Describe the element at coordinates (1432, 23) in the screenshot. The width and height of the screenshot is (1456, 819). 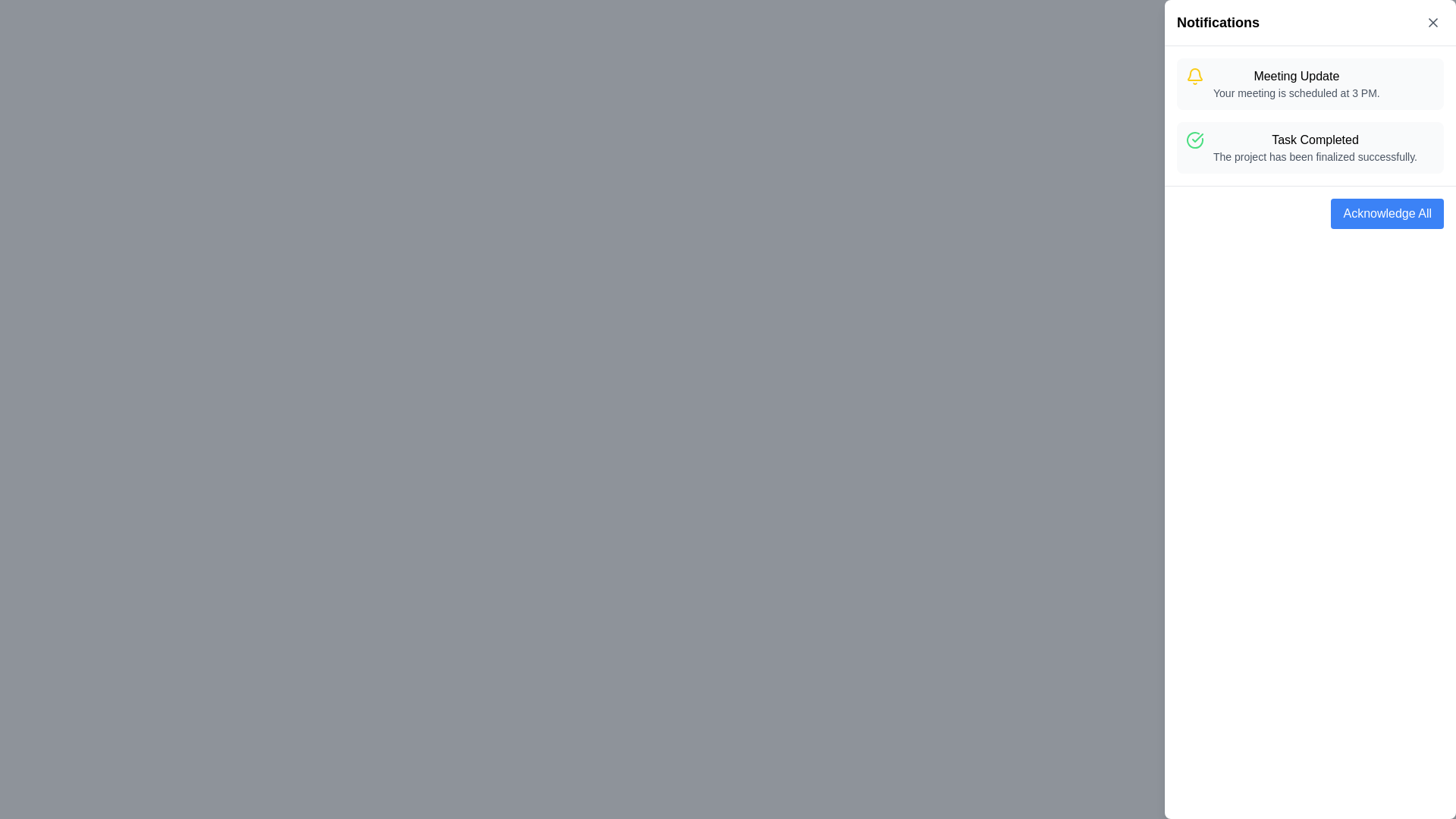
I see `the small, gray circular close button with a cross ('X') icon located at the top-right corner of the notifications panel to activate its hover effects` at that location.